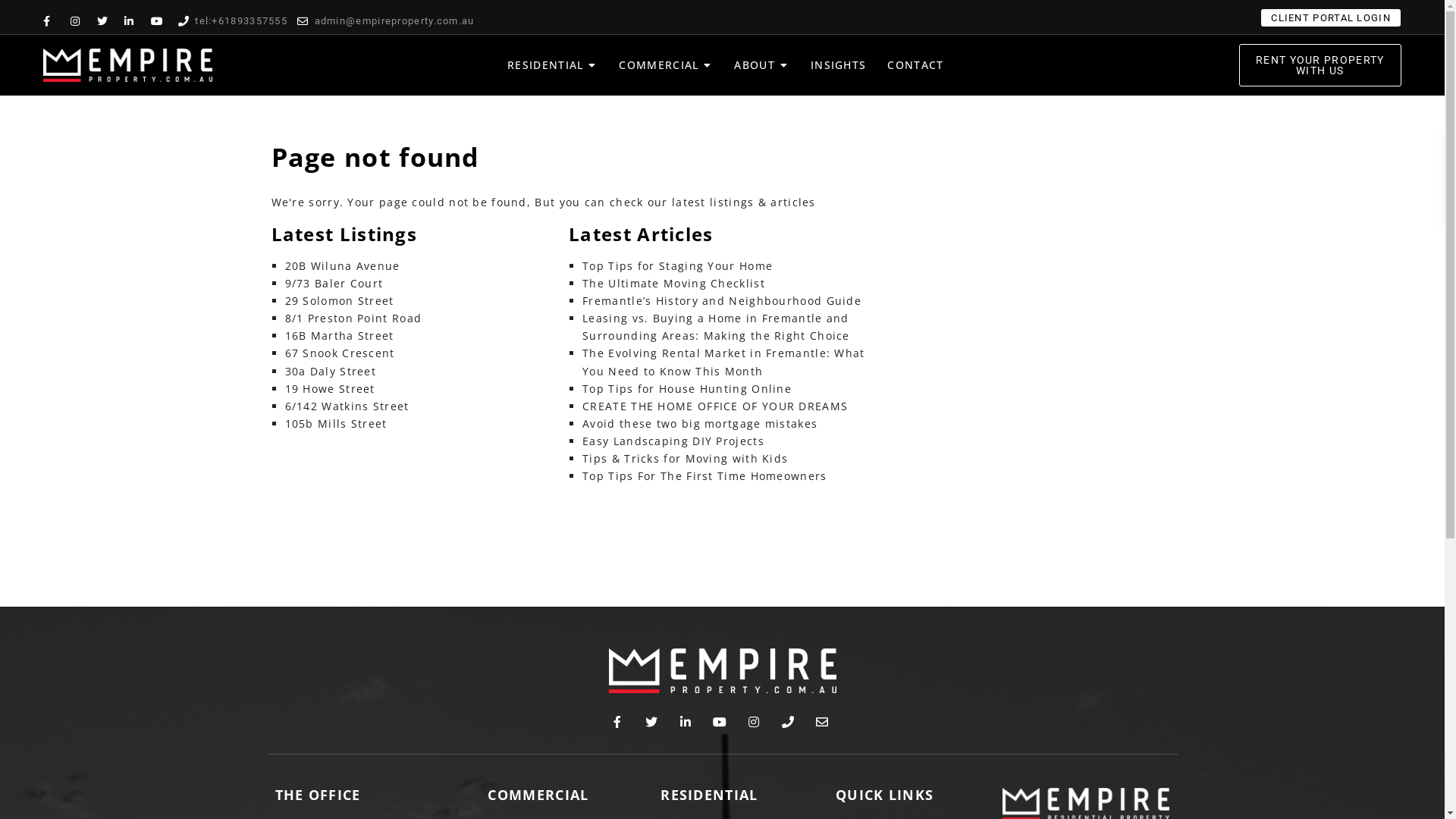  Describe the element at coordinates (1319, 64) in the screenshot. I see `'RENT YOUR PROPERTY WITH US'` at that location.